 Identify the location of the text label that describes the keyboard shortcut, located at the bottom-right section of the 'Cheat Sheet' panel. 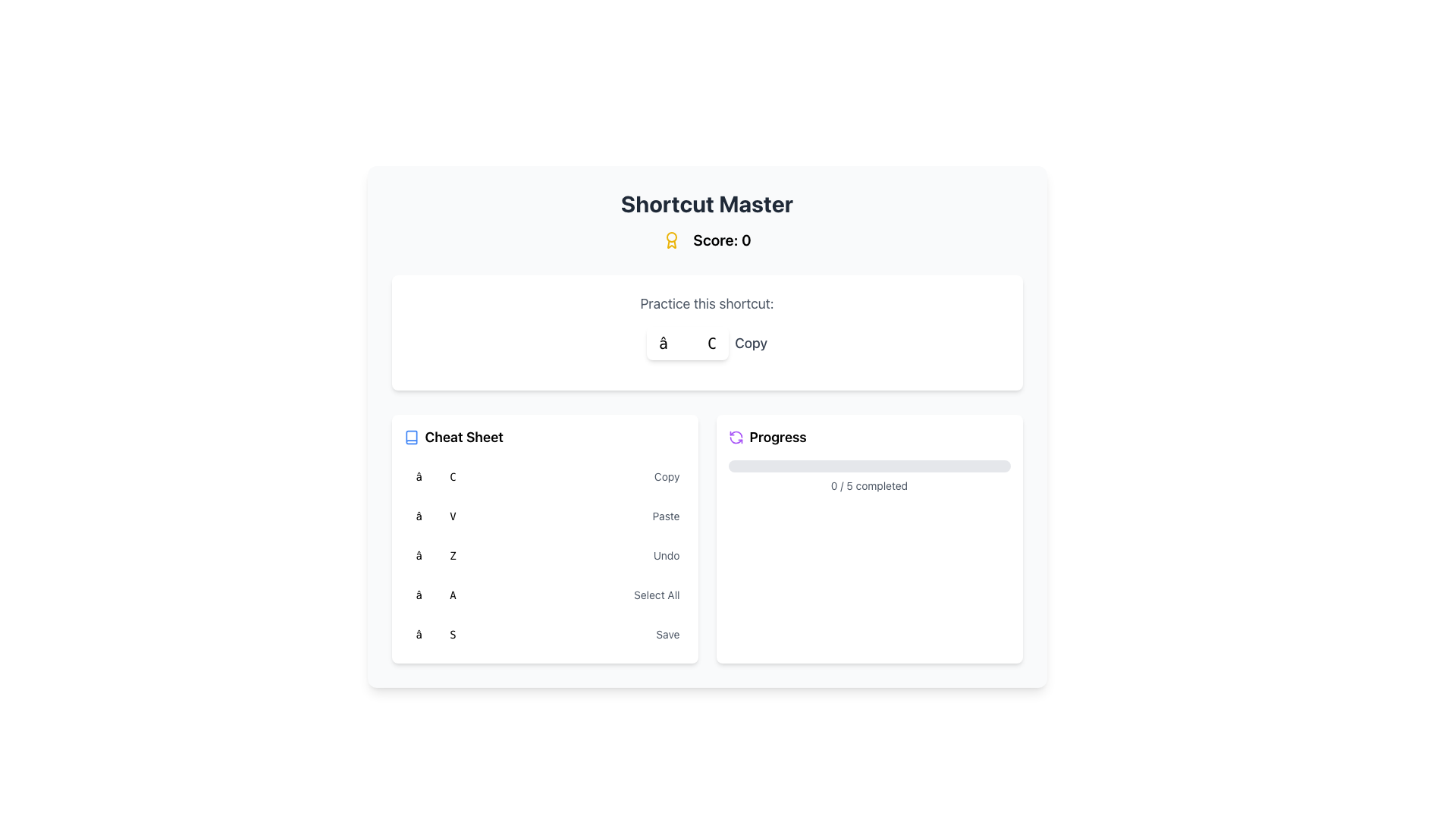
(667, 555).